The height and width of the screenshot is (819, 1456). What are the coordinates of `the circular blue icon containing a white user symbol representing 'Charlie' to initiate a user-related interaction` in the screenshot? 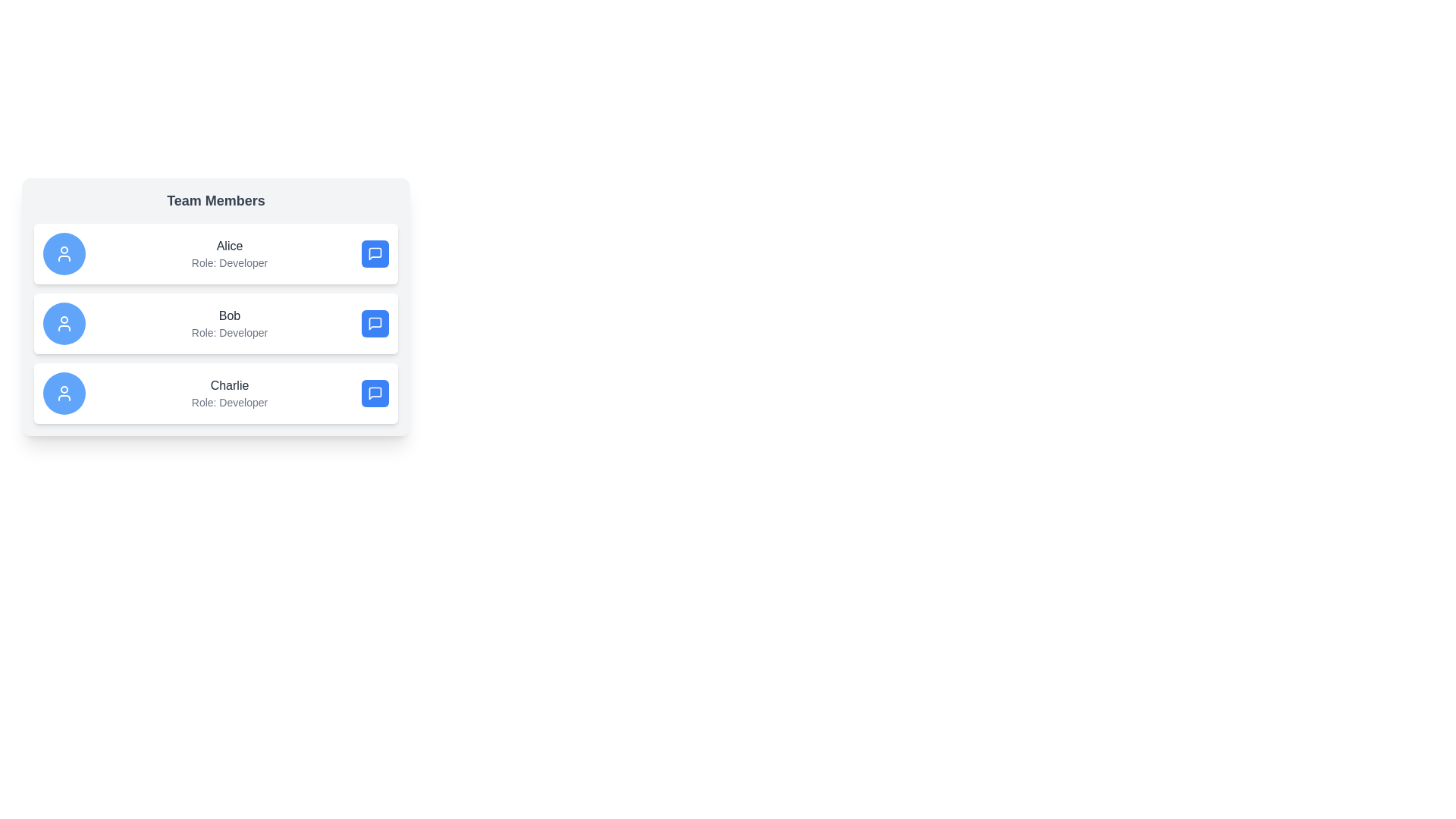 It's located at (64, 393).